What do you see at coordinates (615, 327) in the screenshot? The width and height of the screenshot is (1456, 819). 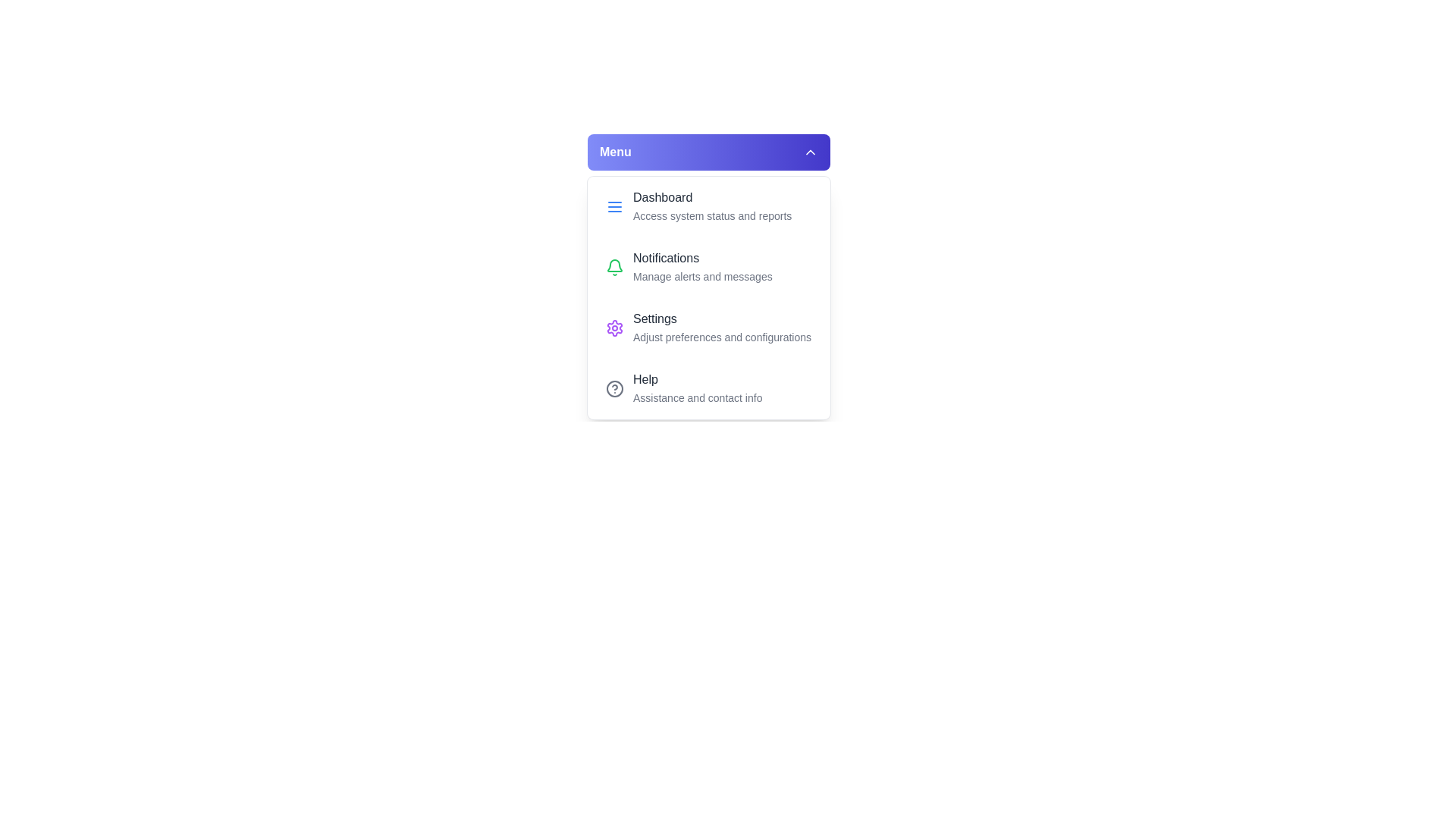 I see `the purple cogwheel icon located beside the 'Settings' text in the menu panel` at bounding box center [615, 327].